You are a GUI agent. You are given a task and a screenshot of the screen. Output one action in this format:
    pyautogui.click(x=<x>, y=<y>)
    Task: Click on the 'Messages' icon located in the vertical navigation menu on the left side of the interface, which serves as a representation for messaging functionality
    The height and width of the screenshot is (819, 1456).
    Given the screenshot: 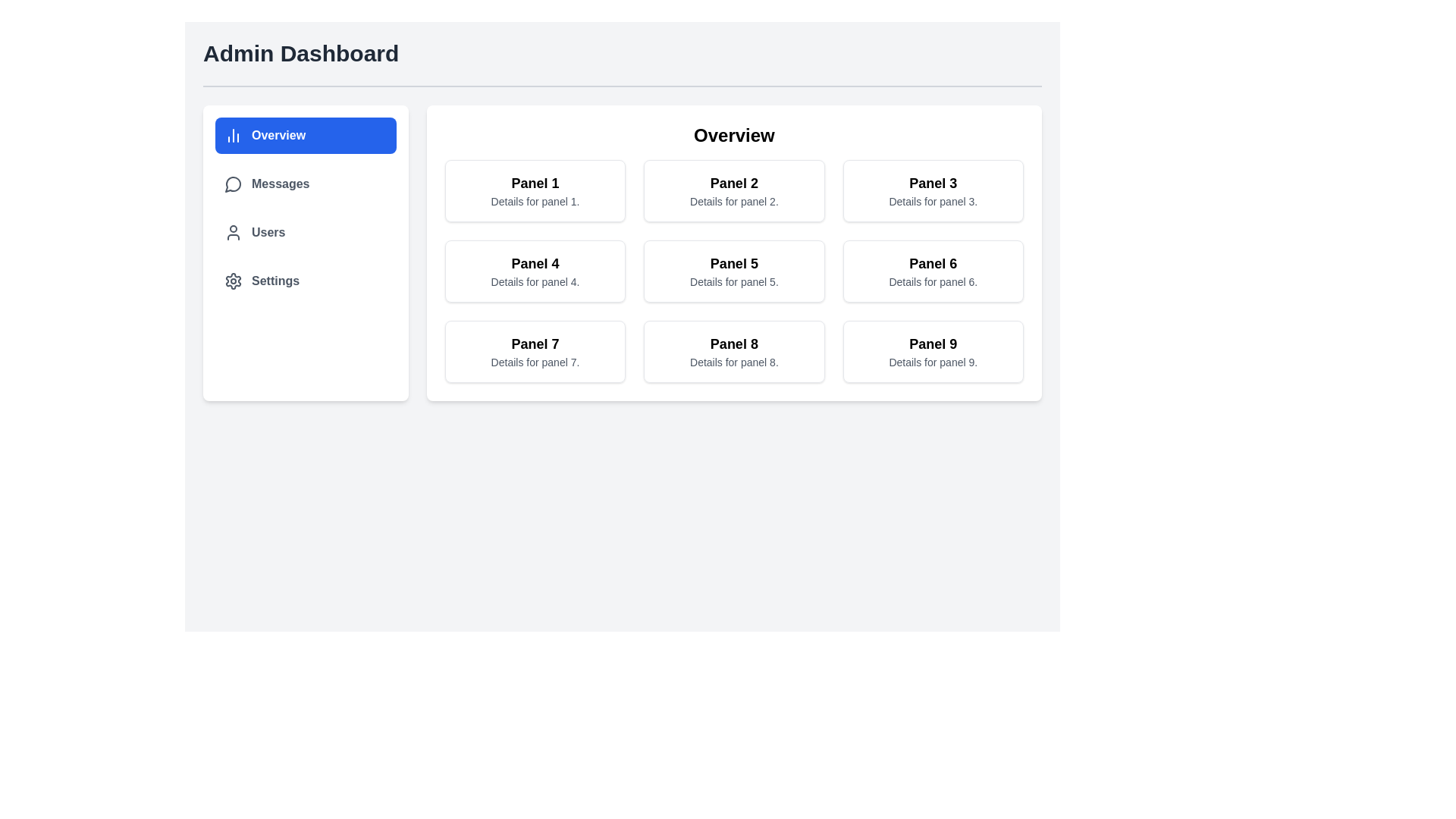 What is the action you would take?
    pyautogui.click(x=232, y=184)
    